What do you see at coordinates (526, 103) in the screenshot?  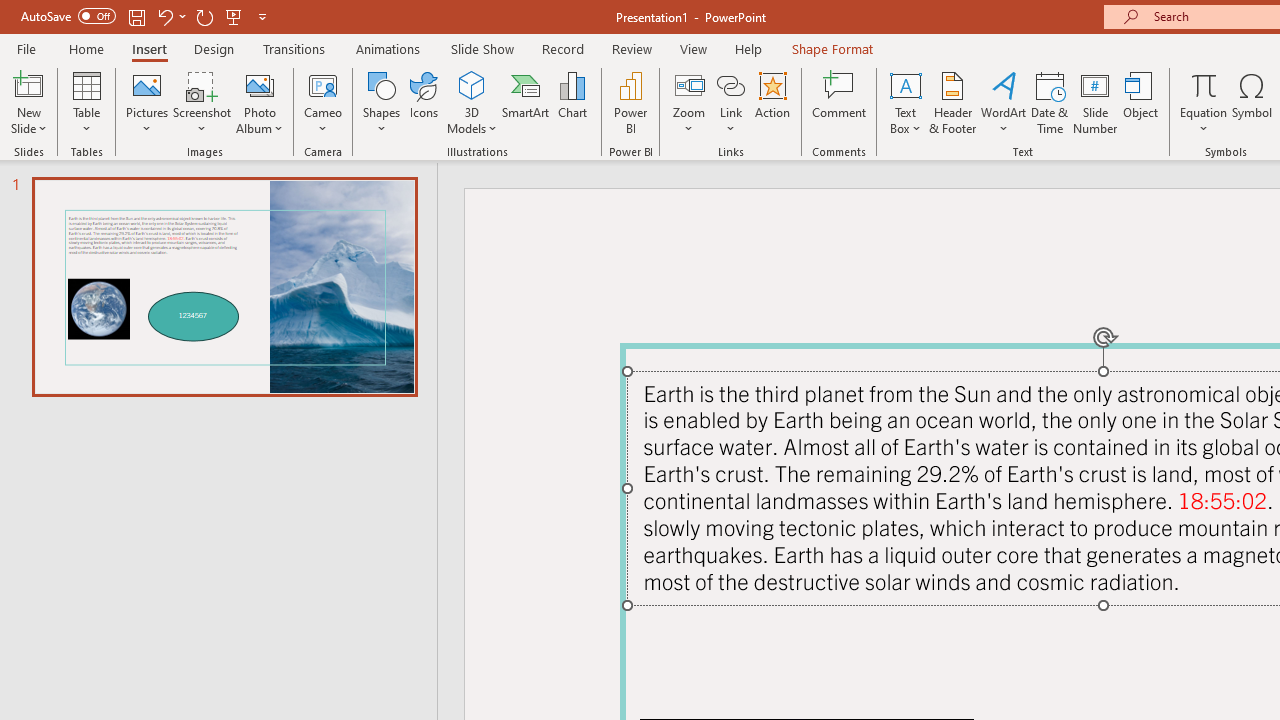 I see `'SmartArt...'` at bounding box center [526, 103].